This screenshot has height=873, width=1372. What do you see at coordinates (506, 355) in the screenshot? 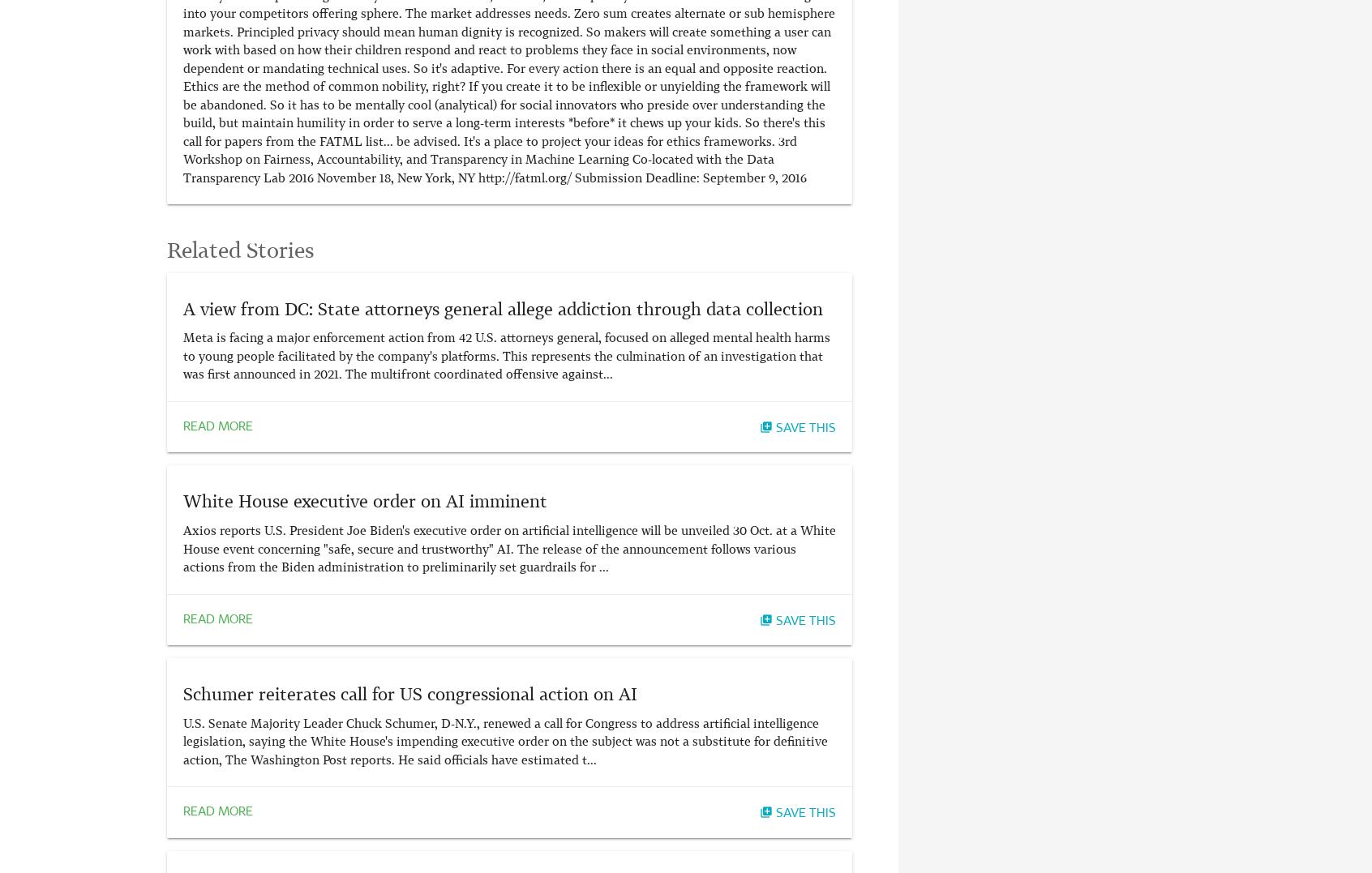
I see `'Meta is facing a major enforcement action from 42 U.S. attorneys general, focused on alleged mental health harms to young people facilitated by the company's platforms. This represents the culmination of an investigation that was first announced in 2021.
The multifront coordinated offensive against...'` at bounding box center [506, 355].